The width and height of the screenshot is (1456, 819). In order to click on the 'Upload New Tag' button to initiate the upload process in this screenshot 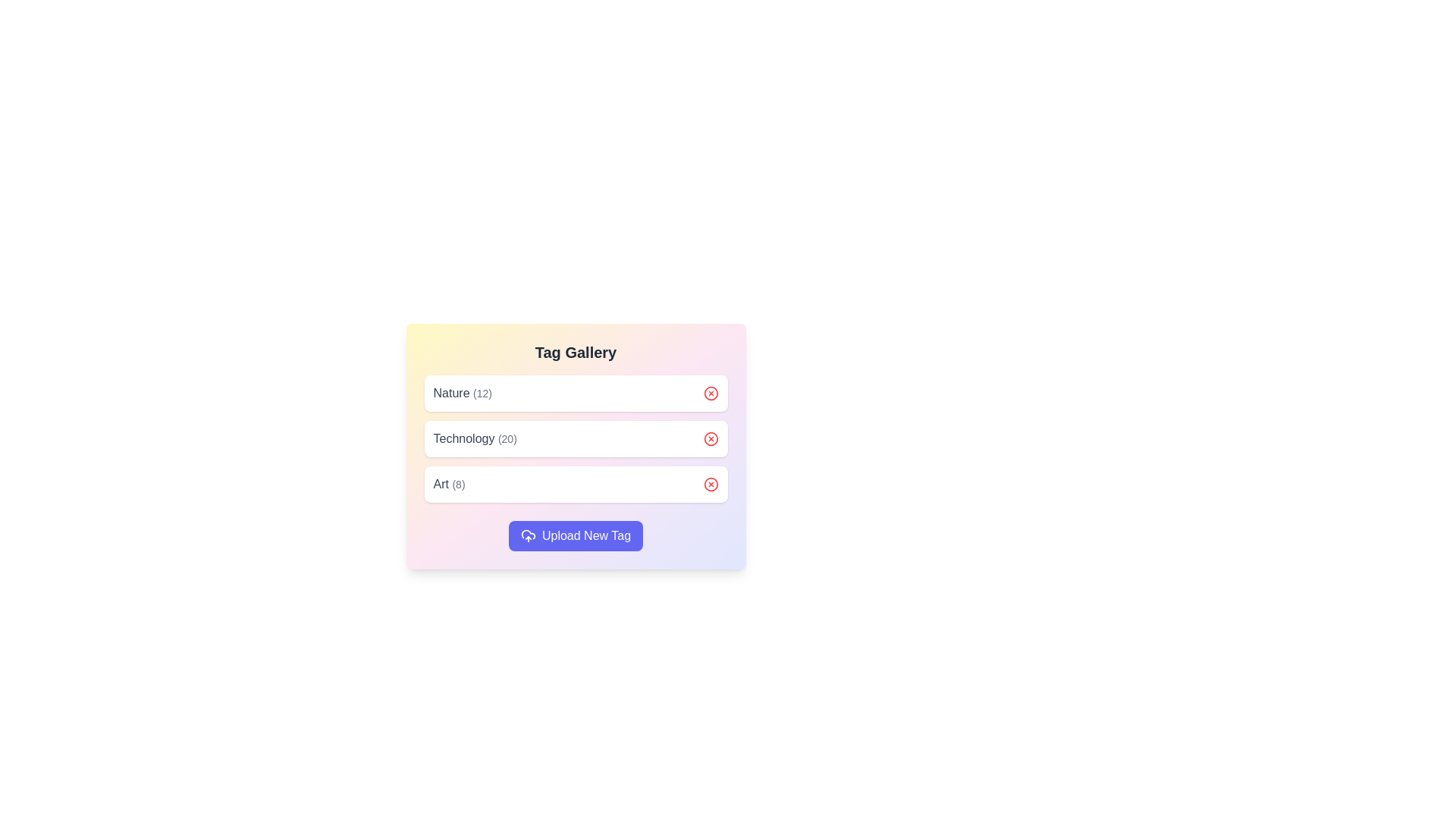, I will do `click(575, 535)`.